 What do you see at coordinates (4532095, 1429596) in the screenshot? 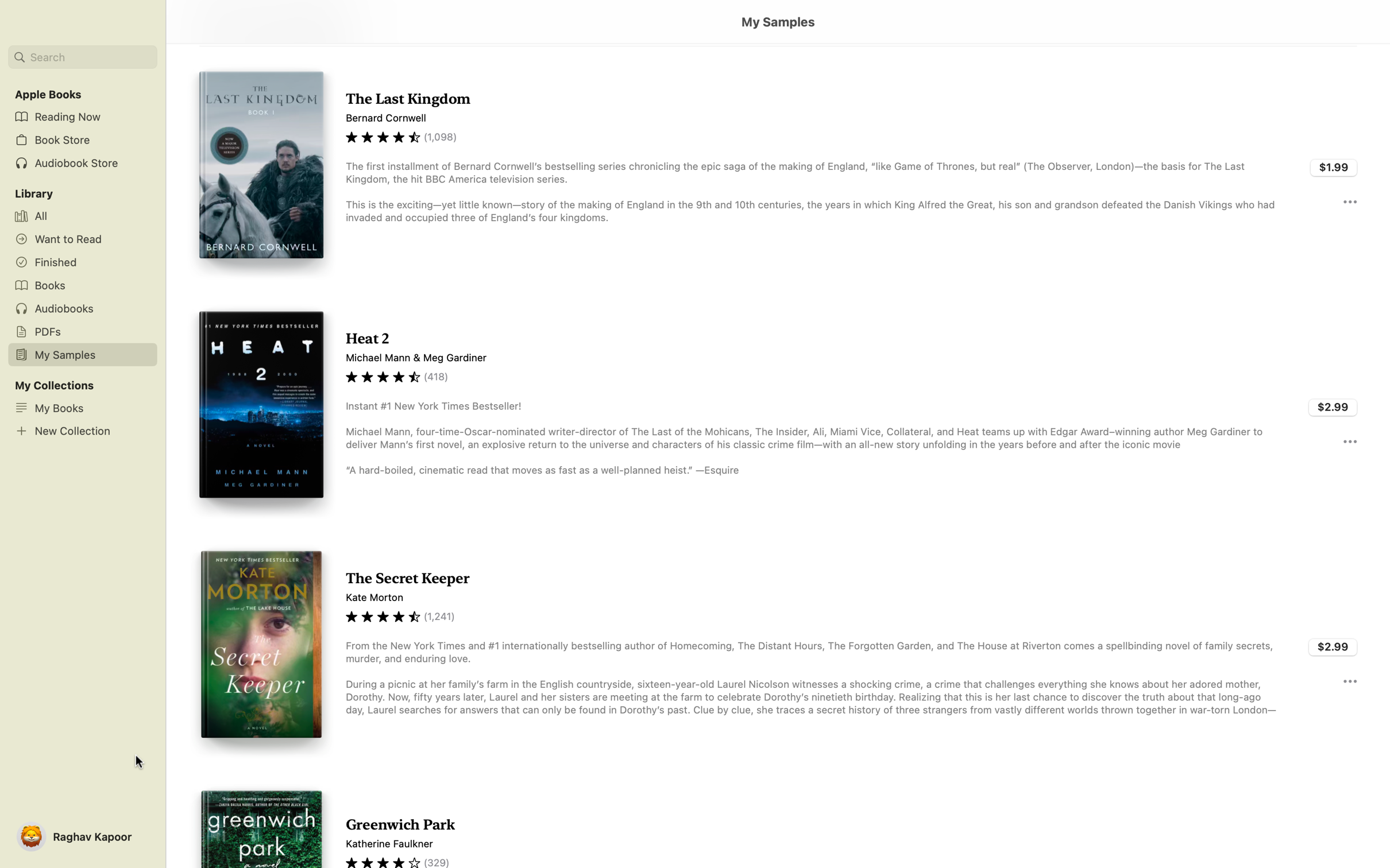
I see `more alternatives for "Secret Keeper` at bounding box center [4532095, 1429596].